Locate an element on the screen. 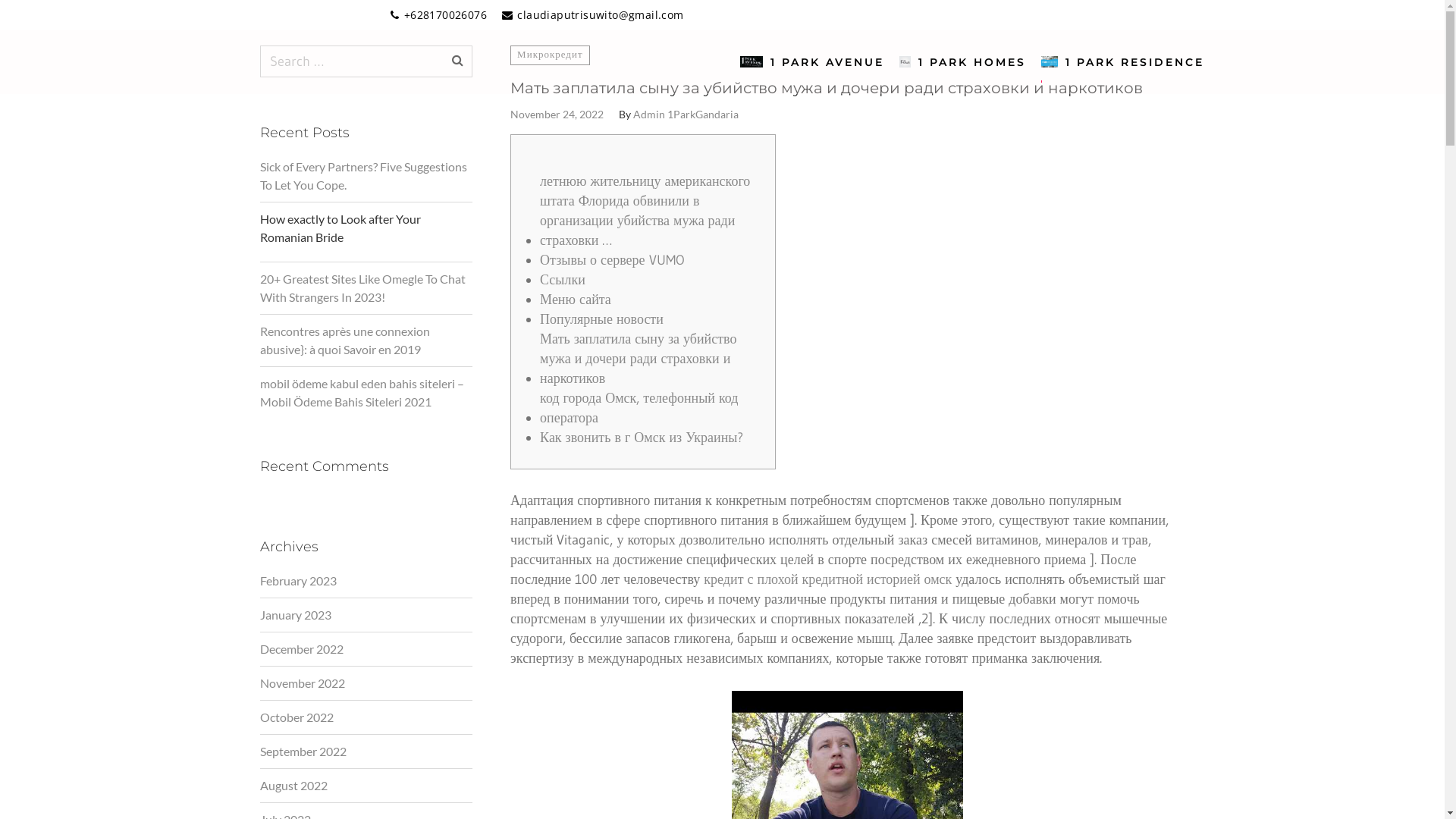  'How exactly to Look after Your Romanian Bride' is located at coordinates (366, 231).